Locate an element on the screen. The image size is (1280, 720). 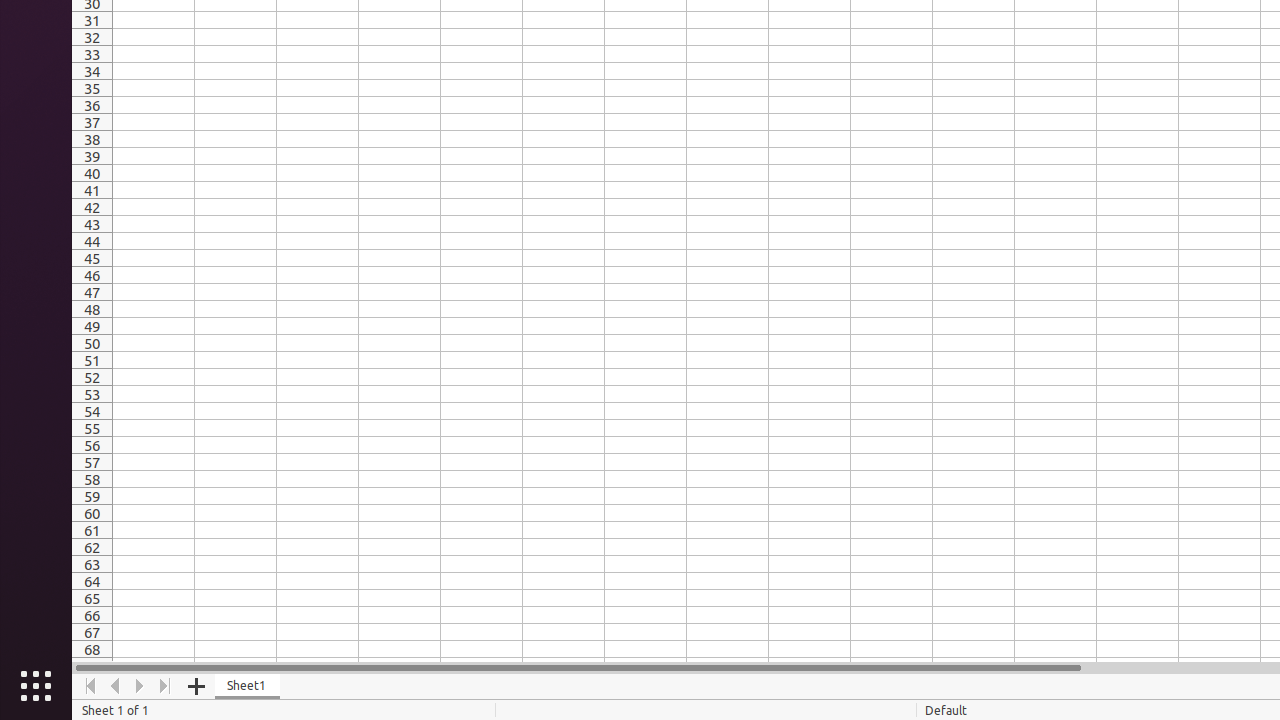
'Move Right' is located at coordinates (139, 685).